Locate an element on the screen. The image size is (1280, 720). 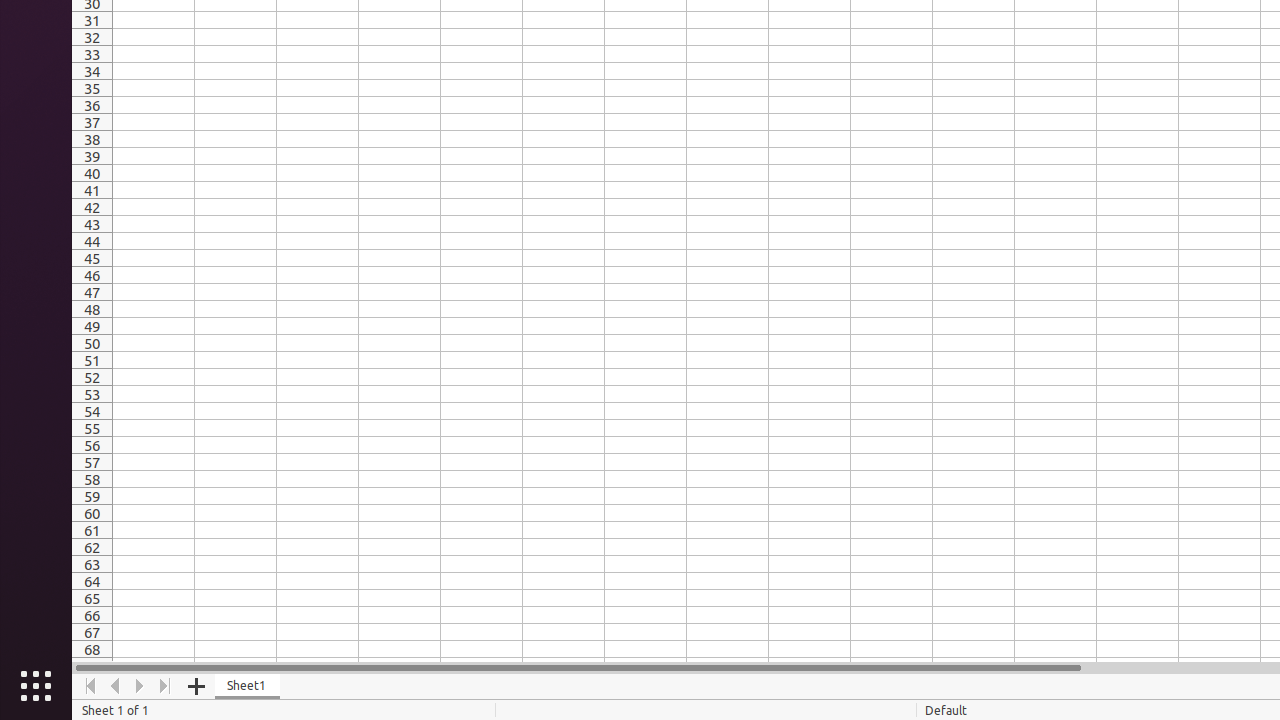
'Move Right' is located at coordinates (139, 685).